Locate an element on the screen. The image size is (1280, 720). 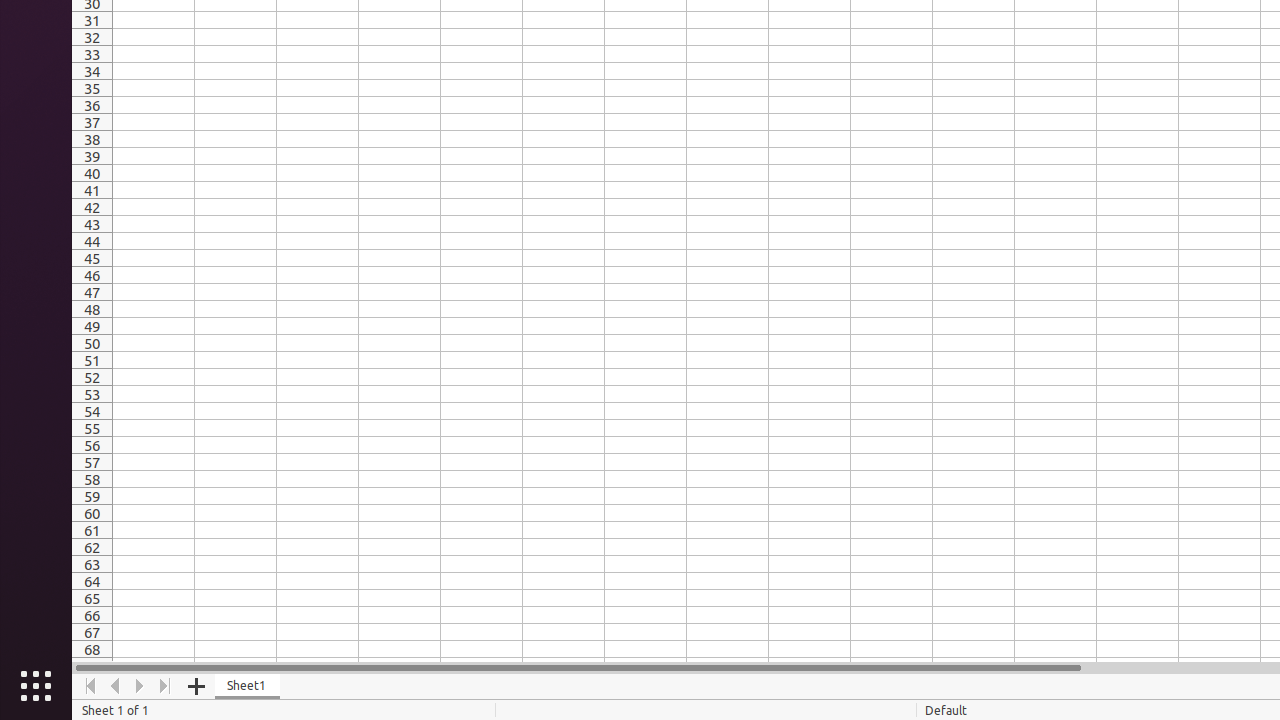
'Move Right' is located at coordinates (139, 685).